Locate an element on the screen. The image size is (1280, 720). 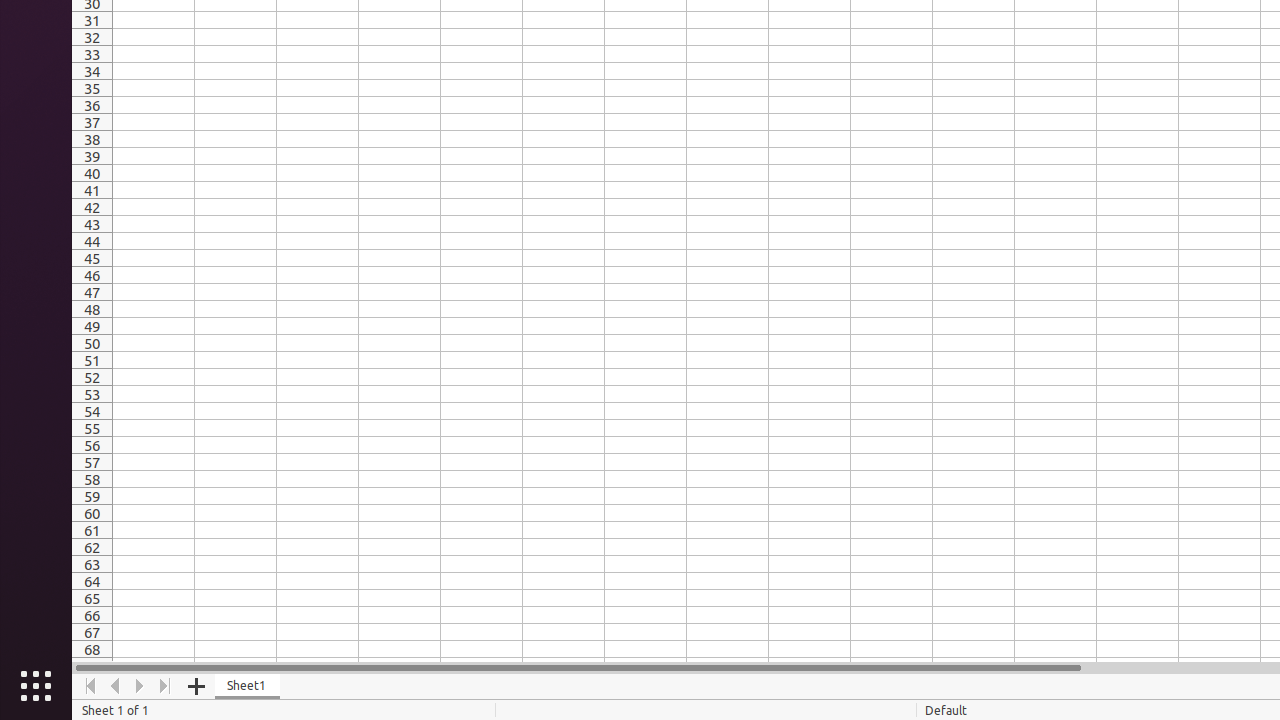
'Move Right' is located at coordinates (139, 685).